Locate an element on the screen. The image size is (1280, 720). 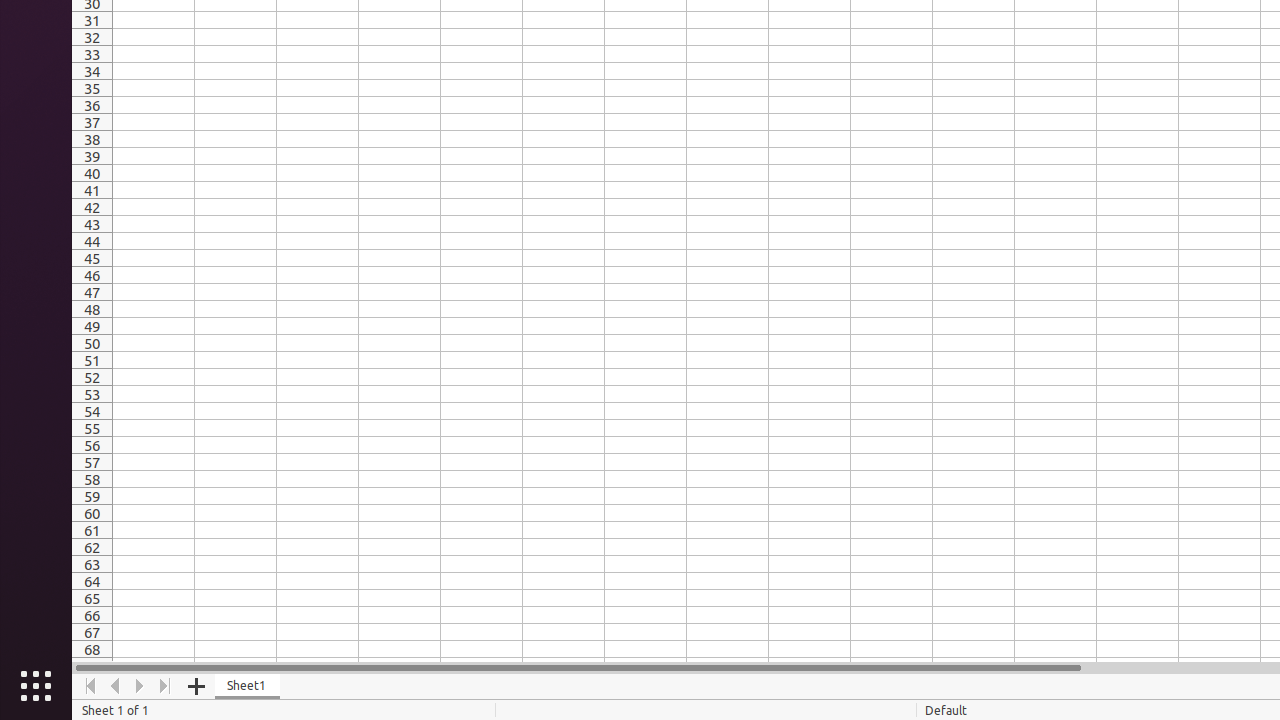
'Move Right' is located at coordinates (139, 685).